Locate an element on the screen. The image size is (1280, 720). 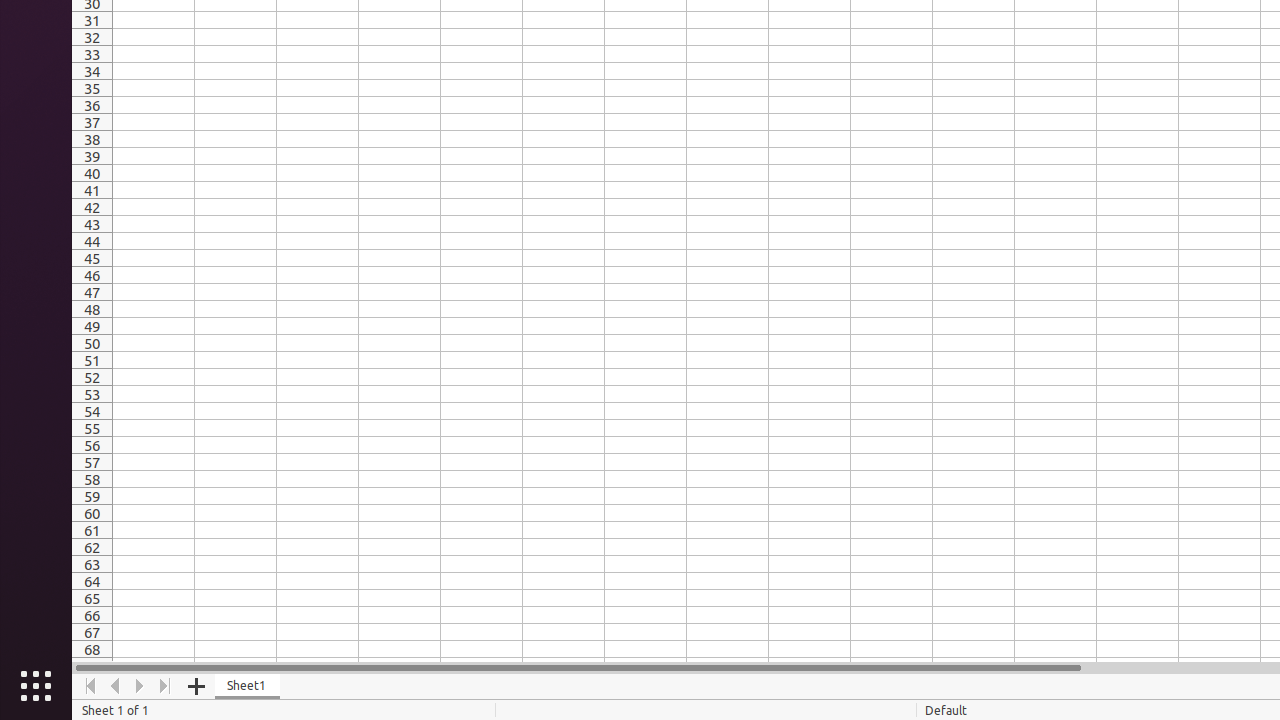
'Move Right' is located at coordinates (139, 685).